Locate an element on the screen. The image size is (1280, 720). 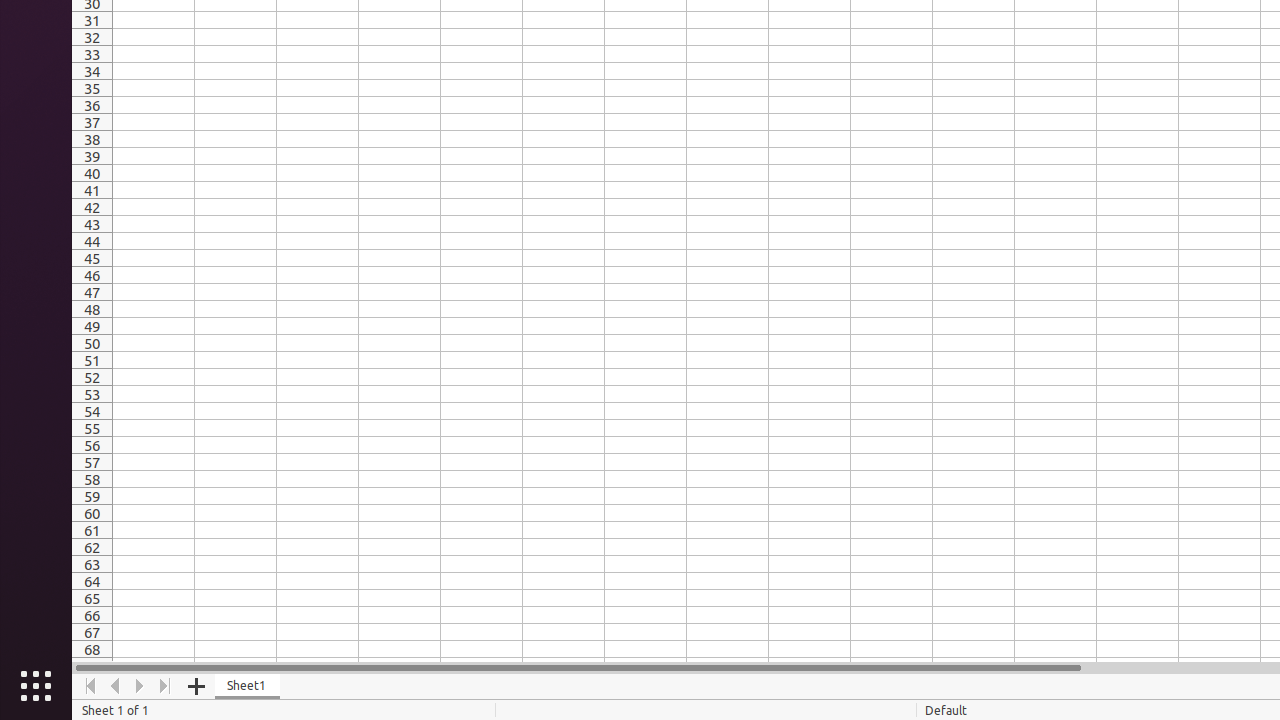
'Move Right' is located at coordinates (139, 685).